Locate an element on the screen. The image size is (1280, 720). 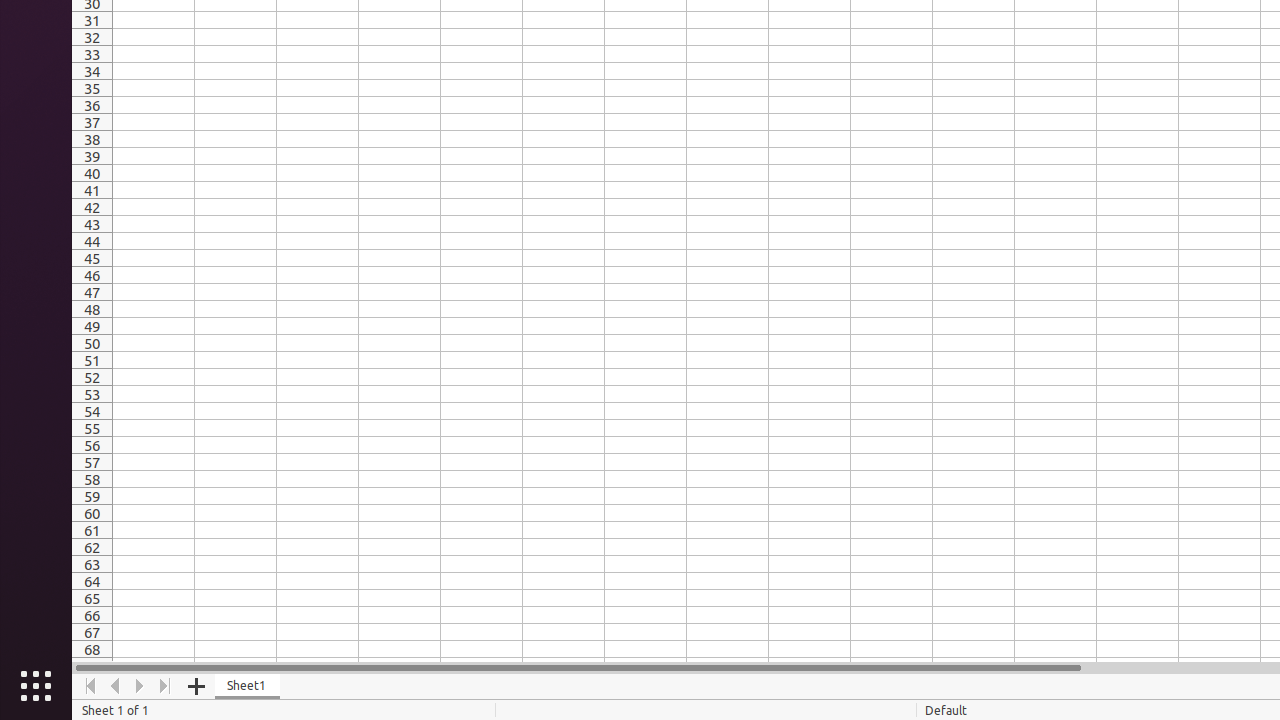
'Move Right' is located at coordinates (139, 685).